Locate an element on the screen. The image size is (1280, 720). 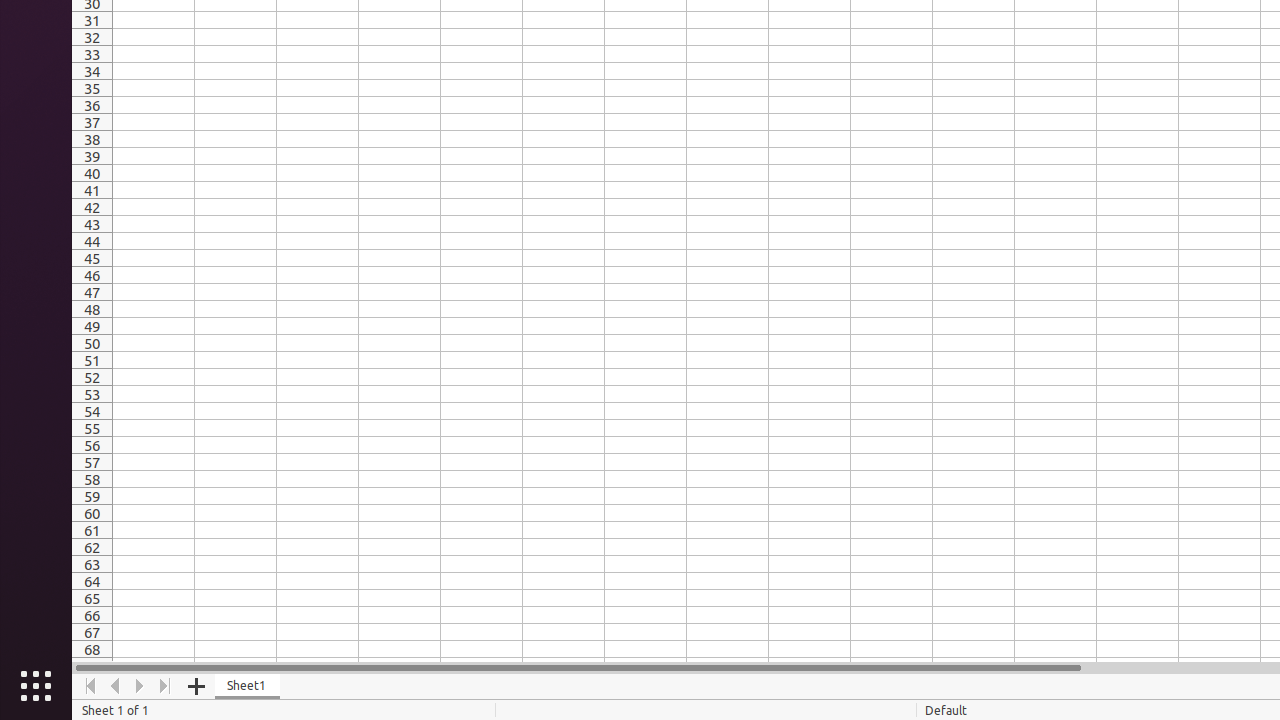
'Move Right' is located at coordinates (139, 685).